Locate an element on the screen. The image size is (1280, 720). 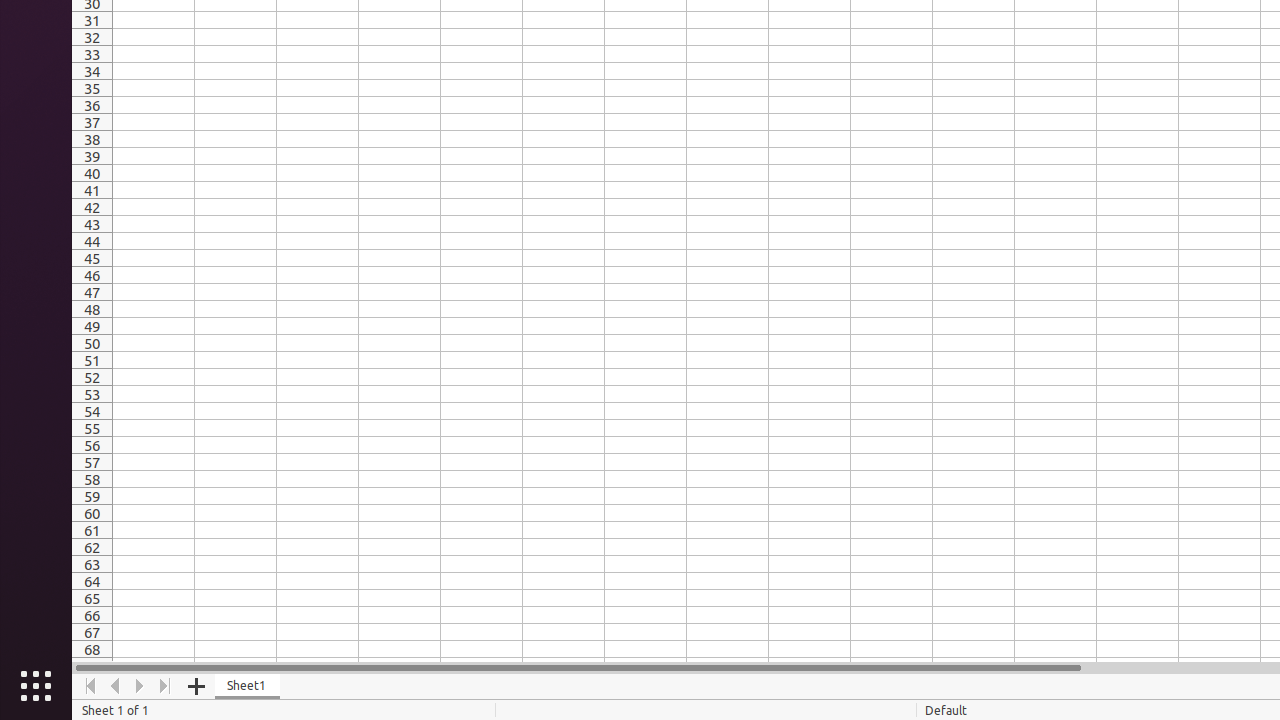
'Move Right' is located at coordinates (139, 685).